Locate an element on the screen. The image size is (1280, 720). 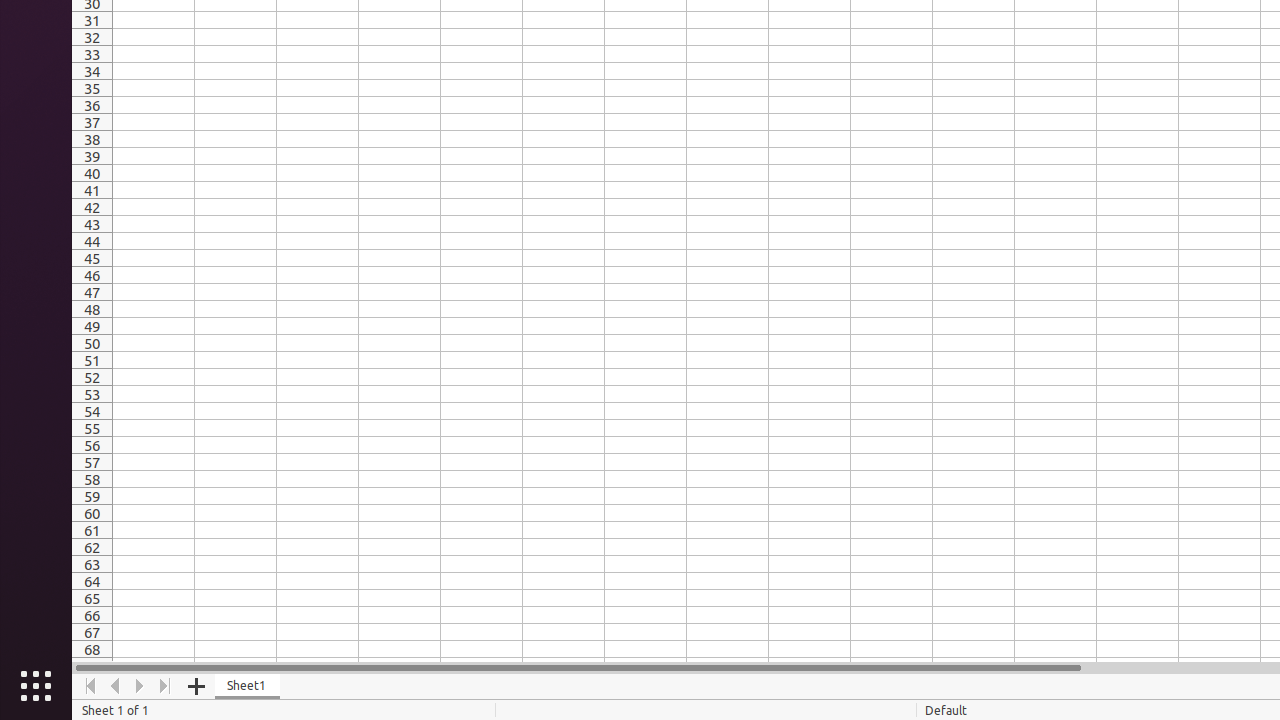
'Move Right' is located at coordinates (139, 685).